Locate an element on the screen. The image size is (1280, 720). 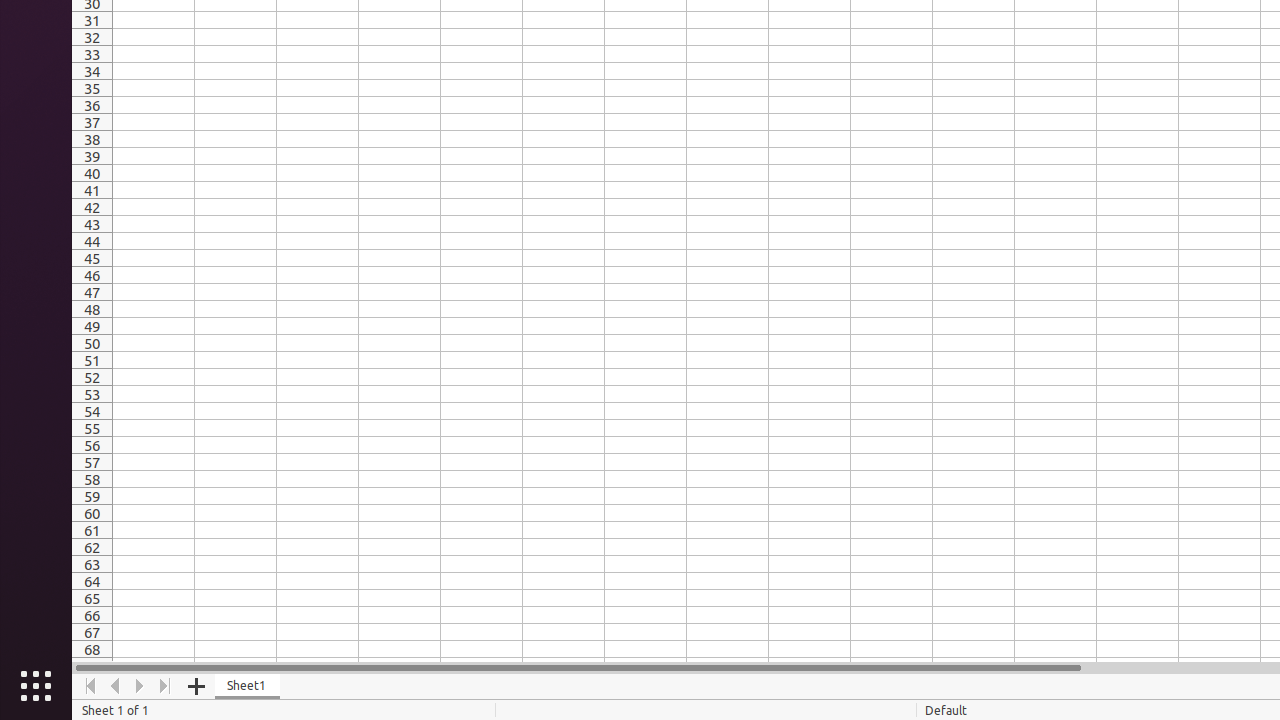
'Move Right' is located at coordinates (139, 685).